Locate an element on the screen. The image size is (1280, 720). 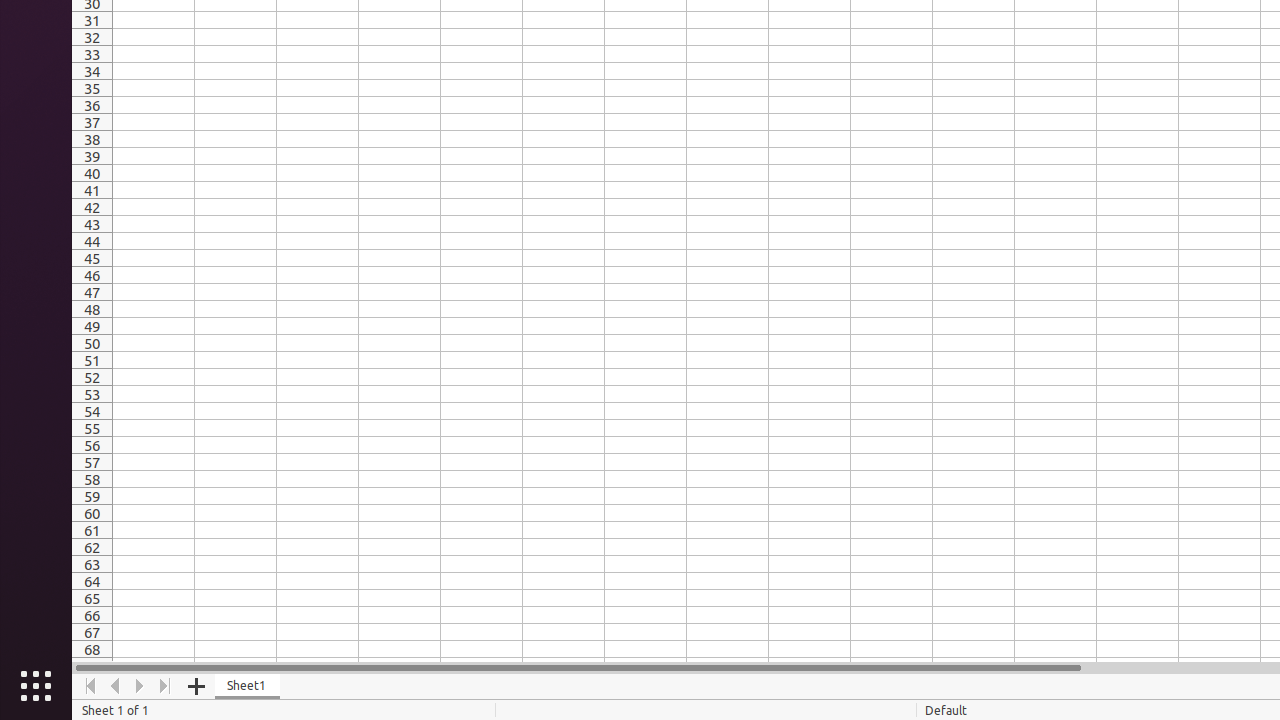
'Move Right' is located at coordinates (139, 685).